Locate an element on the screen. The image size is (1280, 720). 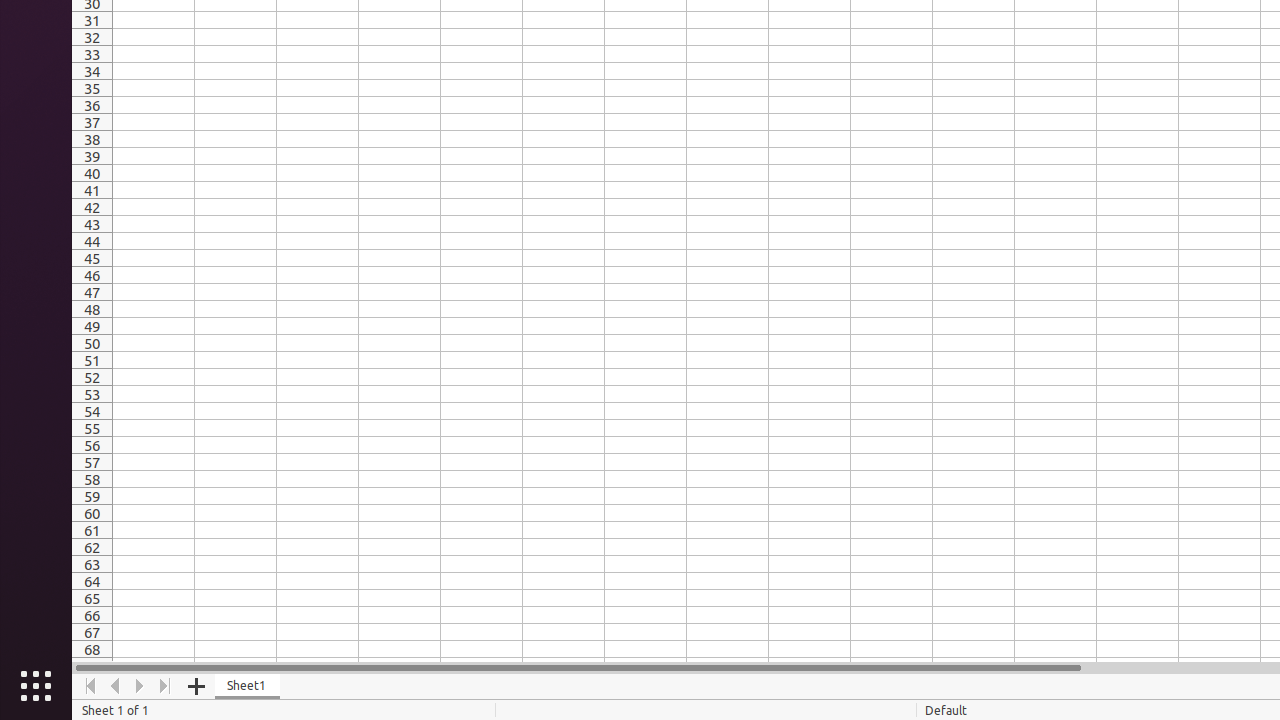
'Move Right' is located at coordinates (139, 685).